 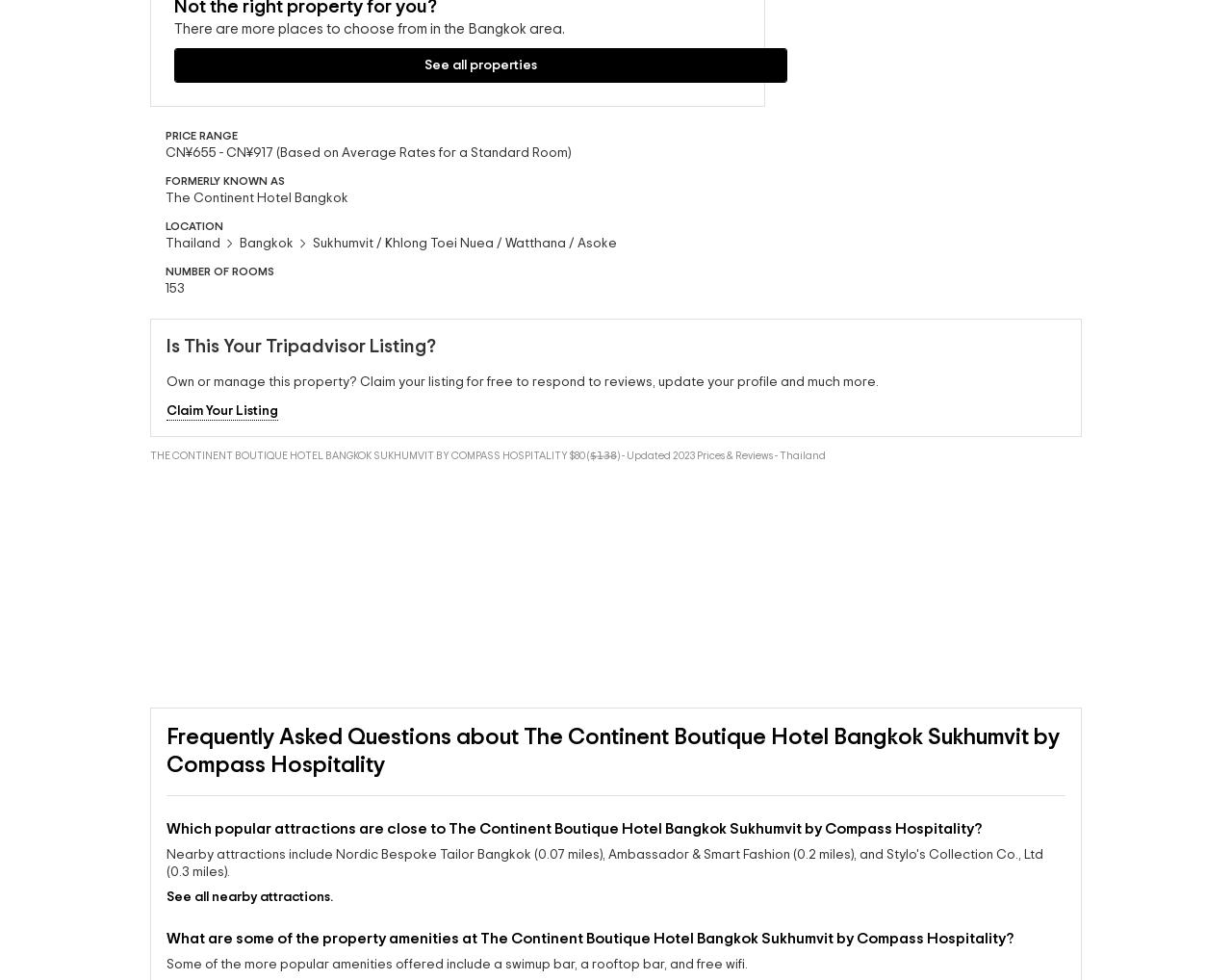 I want to click on 'See all nearby attractions.', so click(x=167, y=963).